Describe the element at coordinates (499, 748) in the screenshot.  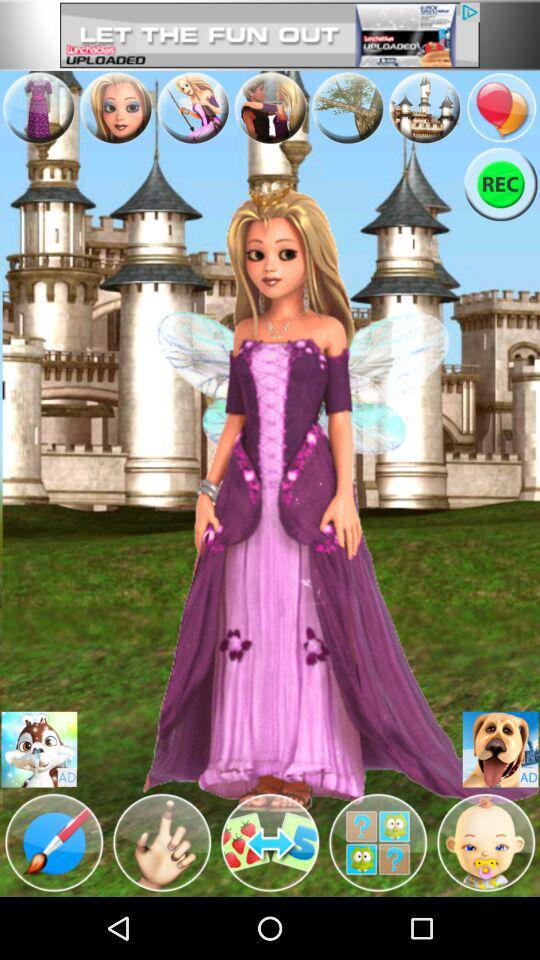
I see `this is an advertisement` at that location.